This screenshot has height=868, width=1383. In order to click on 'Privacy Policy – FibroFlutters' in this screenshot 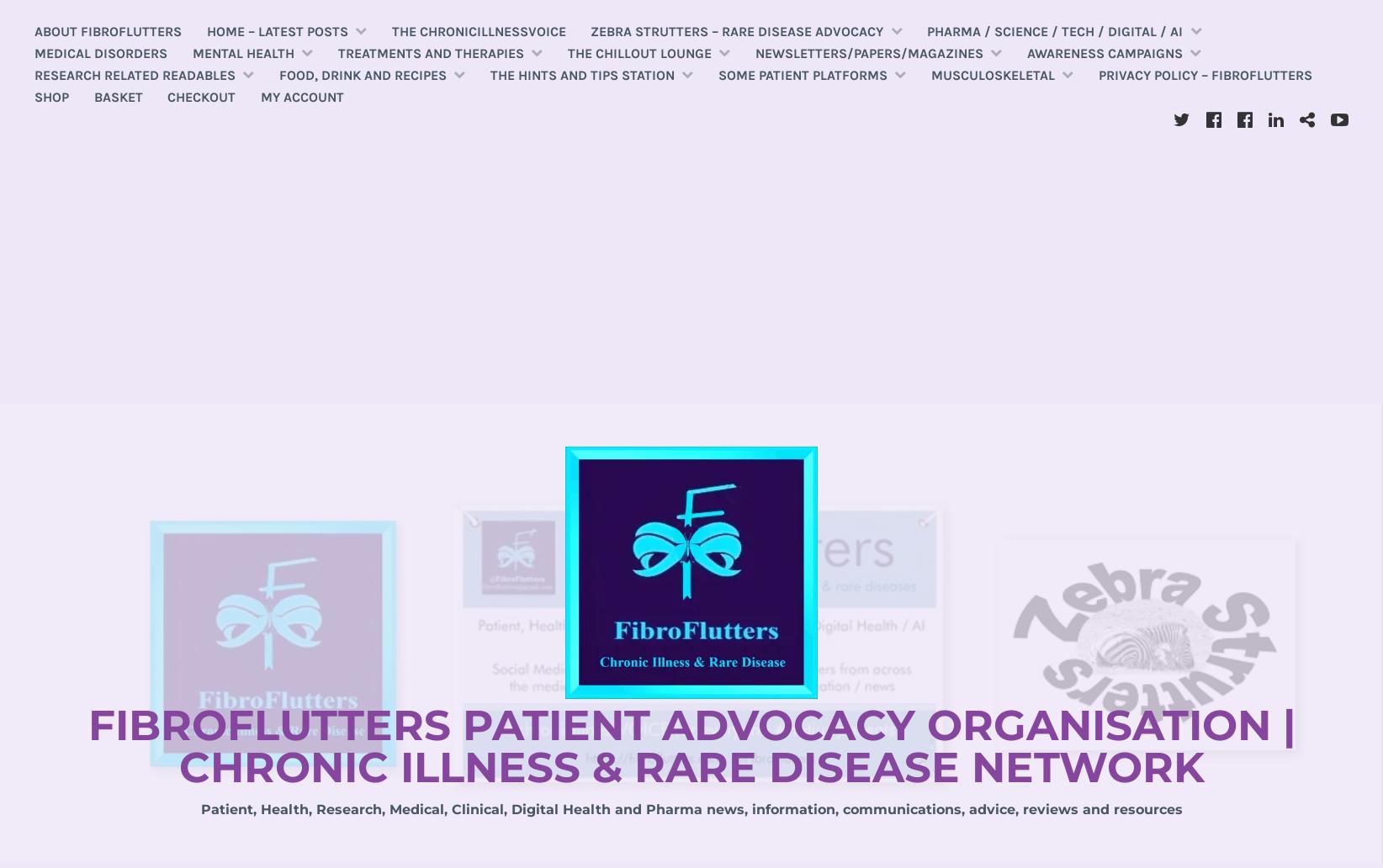, I will do `click(1098, 74)`.